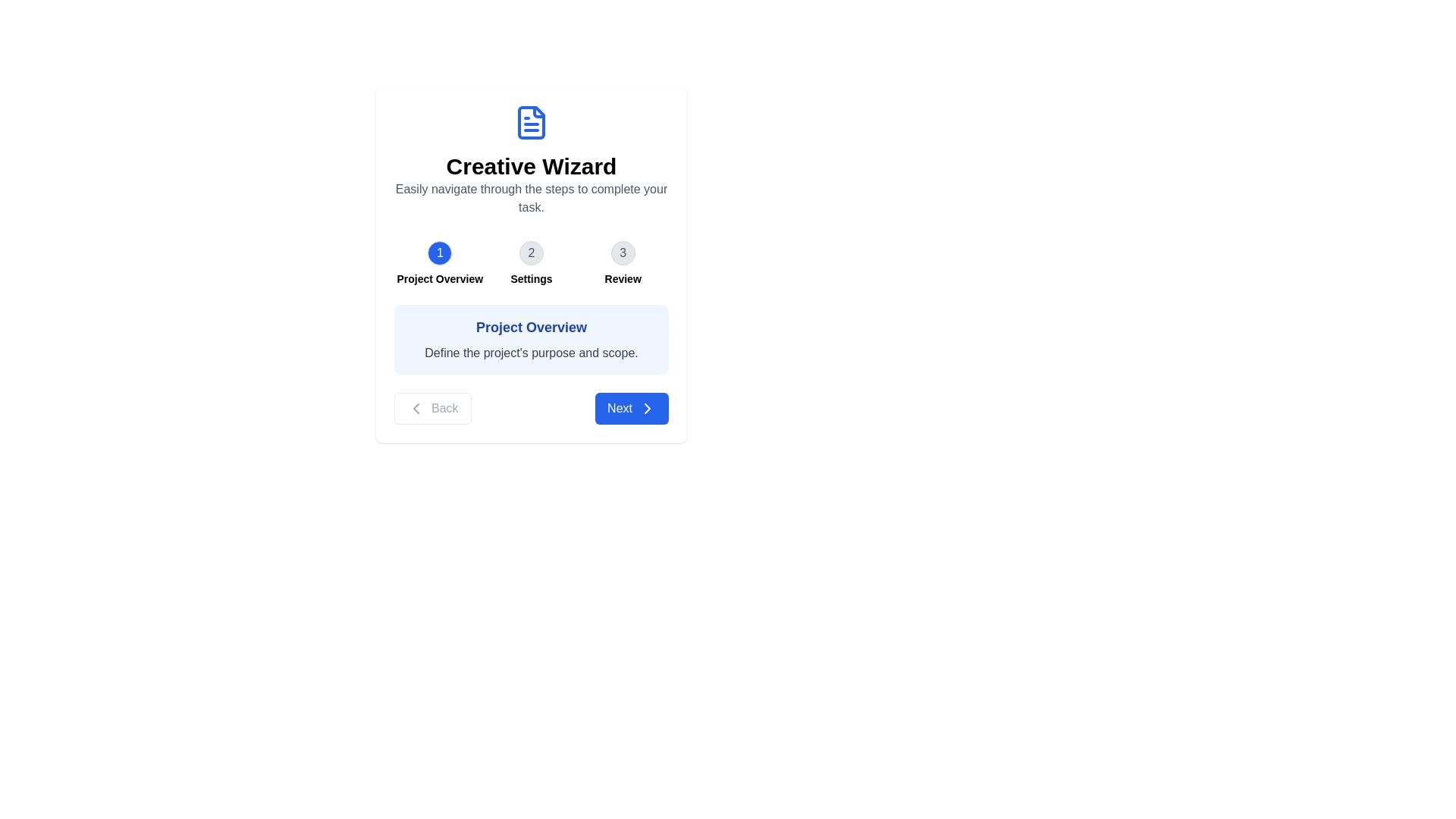  What do you see at coordinates (439, 253) in the screenshot?
I see `the circular Step indicator element with a blue background and the numeral '1' centered within it, located in the horizontal progression bar of the Project Overview` at bounding box center [439, 253].